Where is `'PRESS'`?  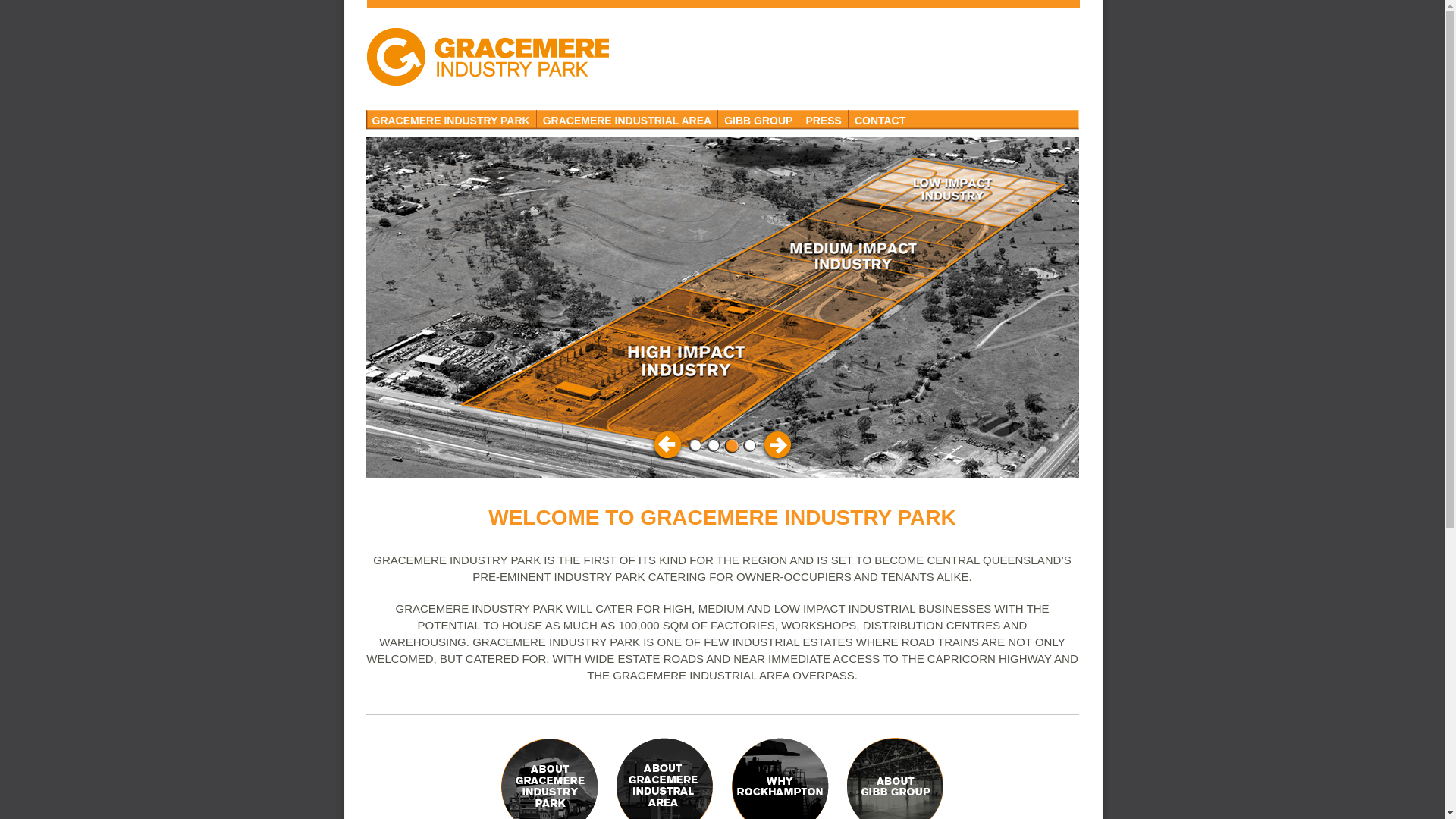 'PRESS' is located at coordinates (822, 118).